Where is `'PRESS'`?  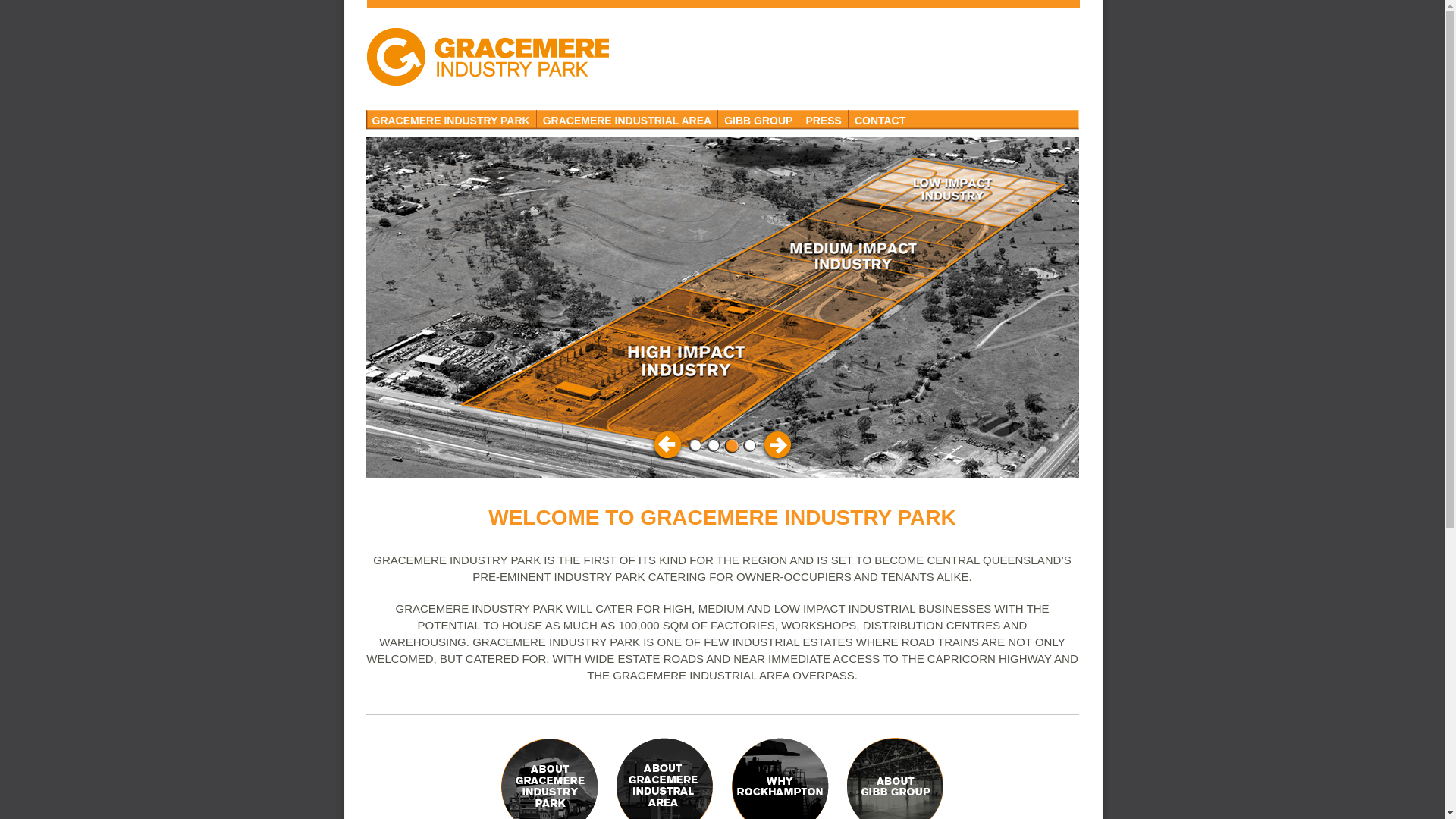 'PRESS' is located at coordinates (822, 118).